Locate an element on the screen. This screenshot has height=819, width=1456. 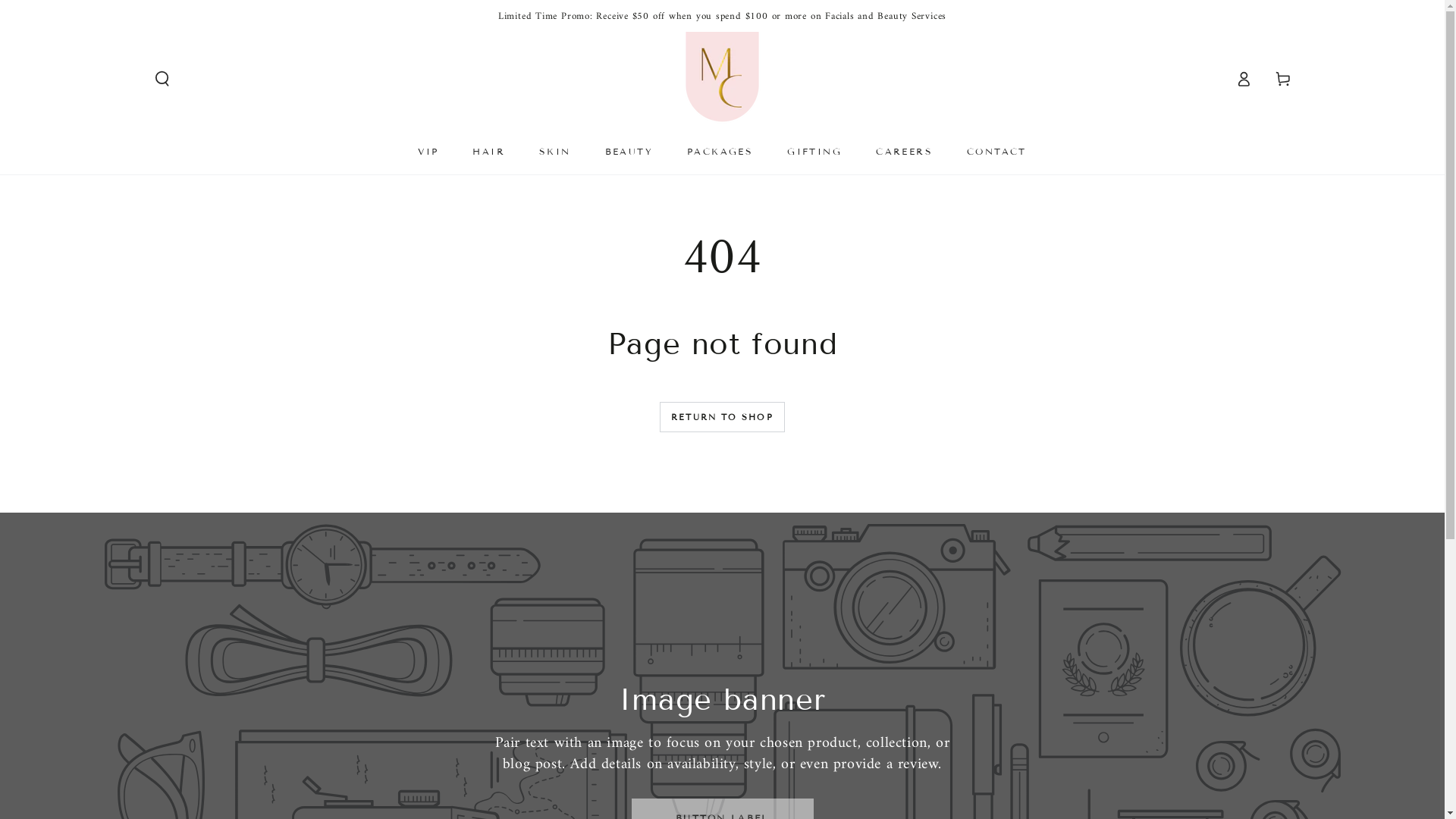
'Log in' is located at coordinates (1244, 79).